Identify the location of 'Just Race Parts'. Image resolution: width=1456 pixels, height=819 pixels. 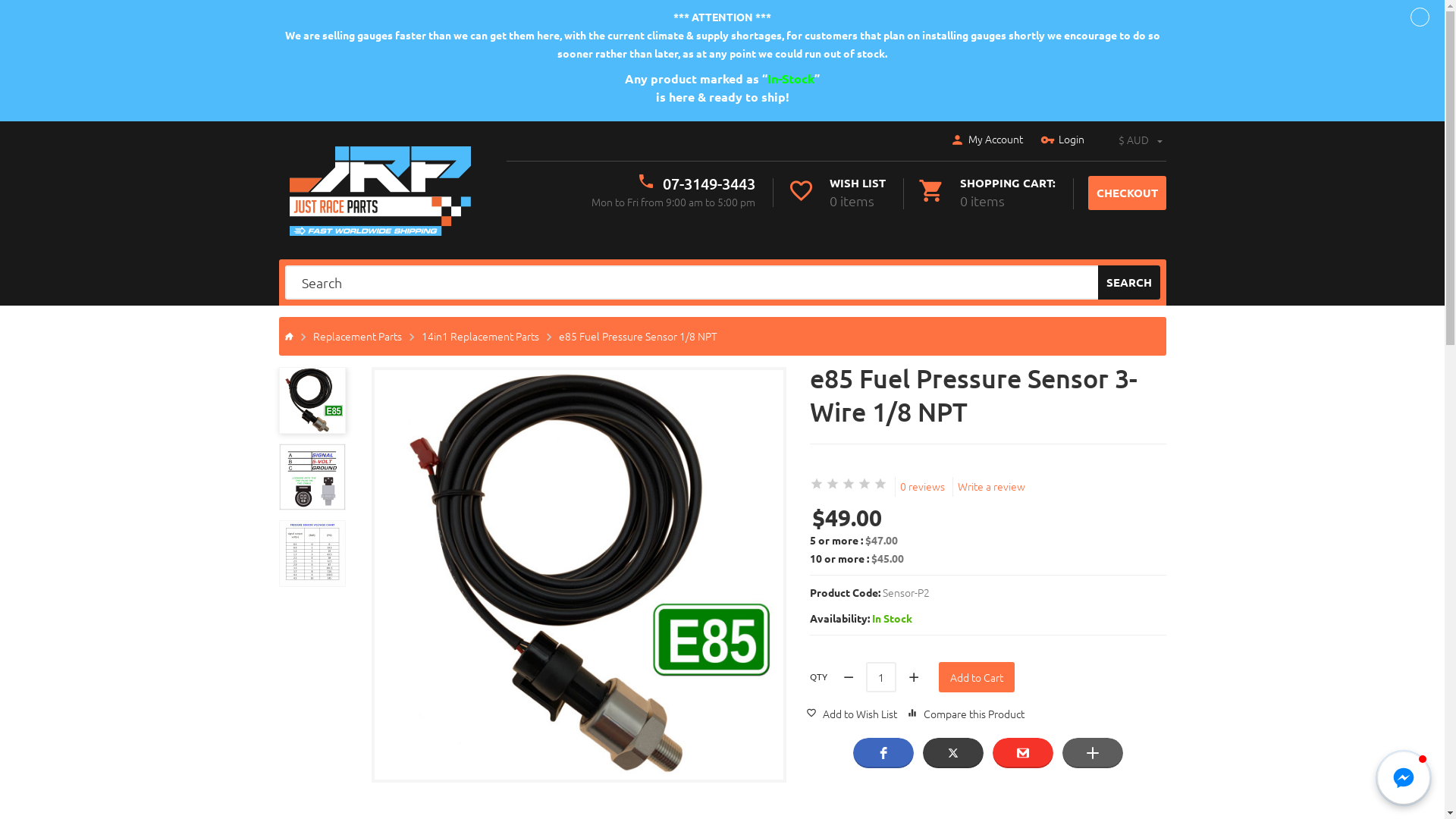
(381, 190).